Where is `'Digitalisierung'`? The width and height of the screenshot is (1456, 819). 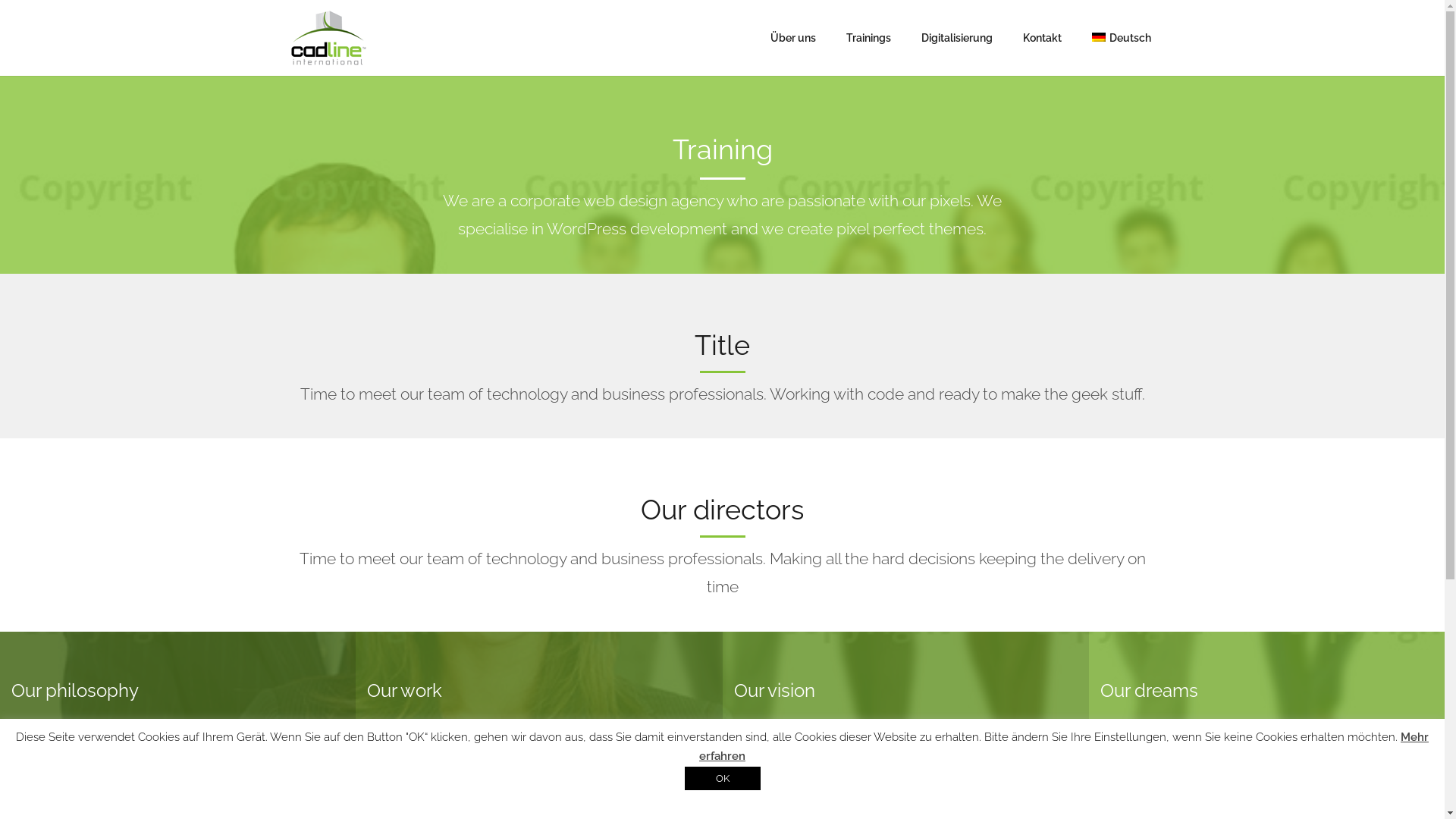
'Digitalisierung' is located at coordinates (956, 37).